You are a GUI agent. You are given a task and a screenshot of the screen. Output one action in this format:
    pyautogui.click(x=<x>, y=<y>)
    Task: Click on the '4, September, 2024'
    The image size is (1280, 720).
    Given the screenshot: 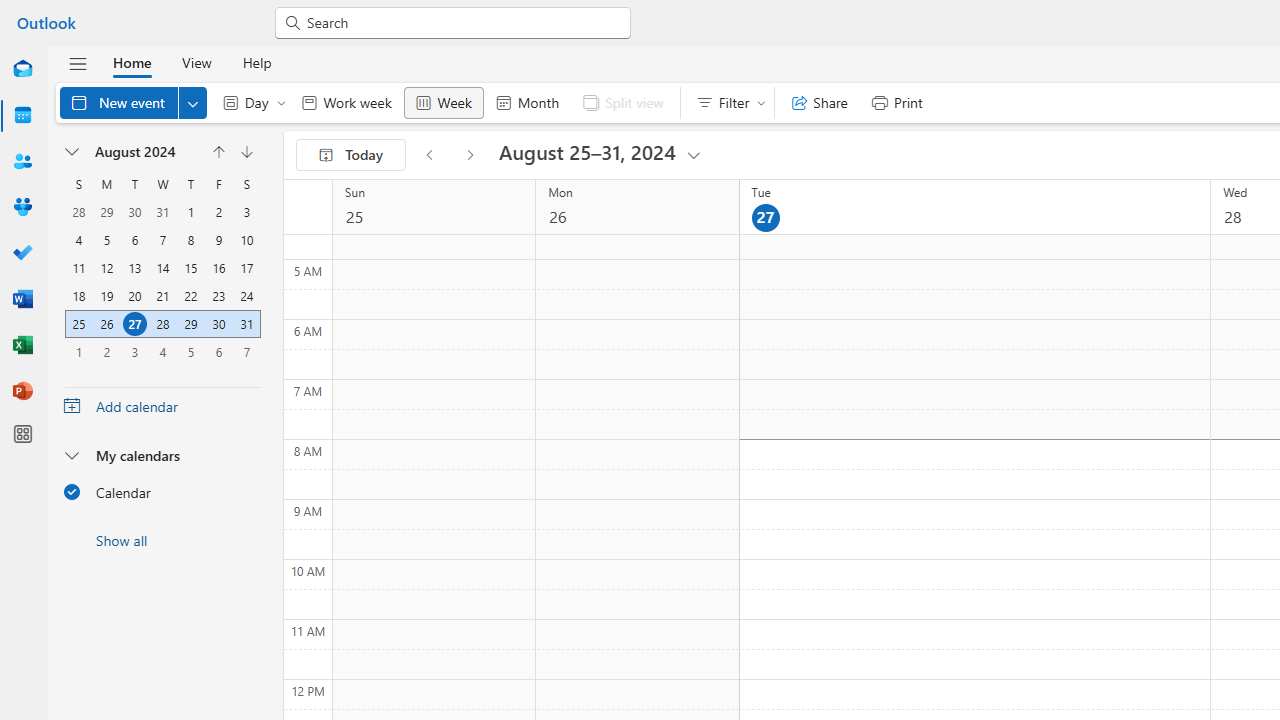 What is the action you would take?
    pyautogui.click(x=163, y=351)
    